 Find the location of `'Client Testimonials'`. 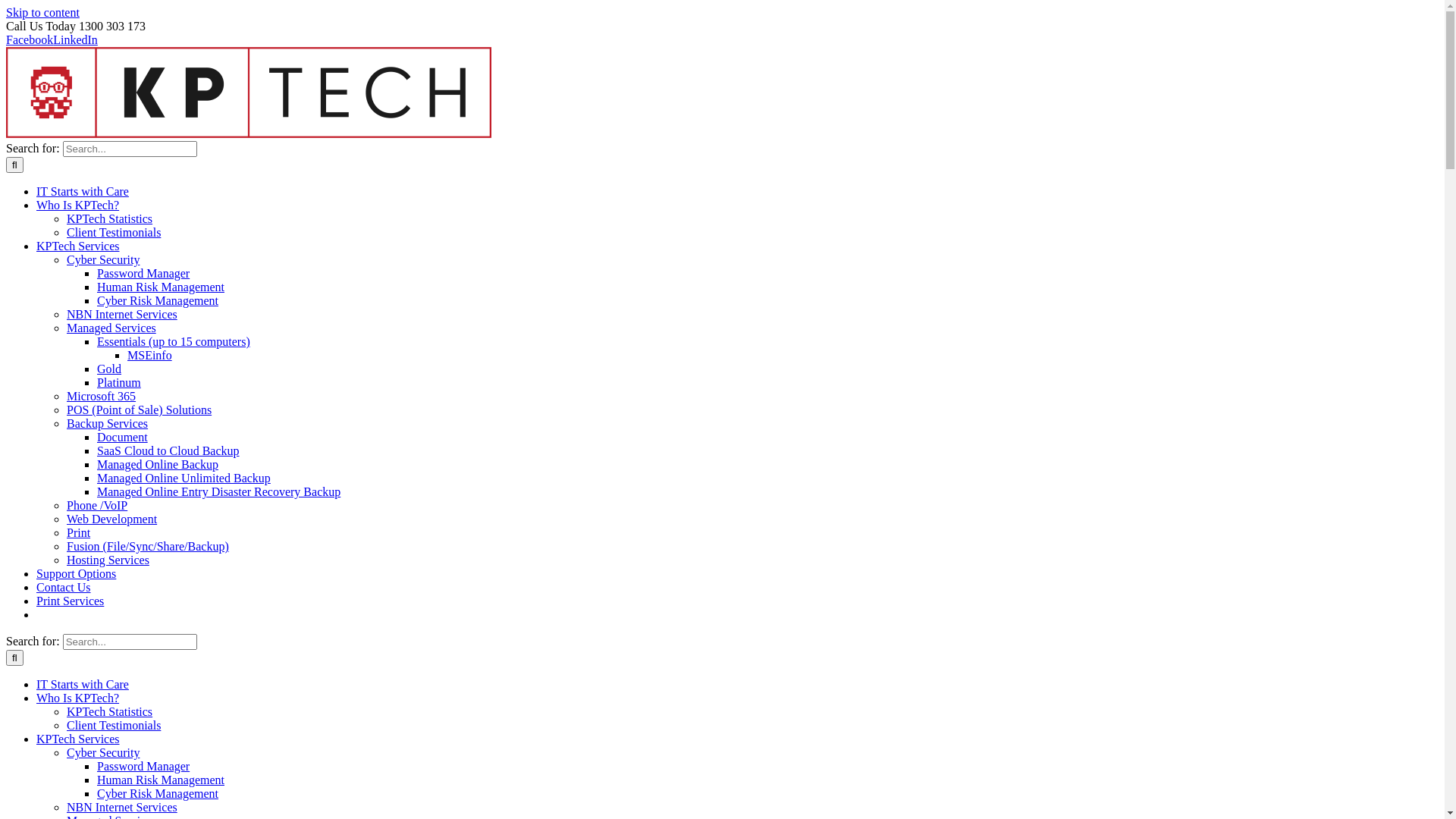

'Client Testimonials' is located at coordinates (112, 232).